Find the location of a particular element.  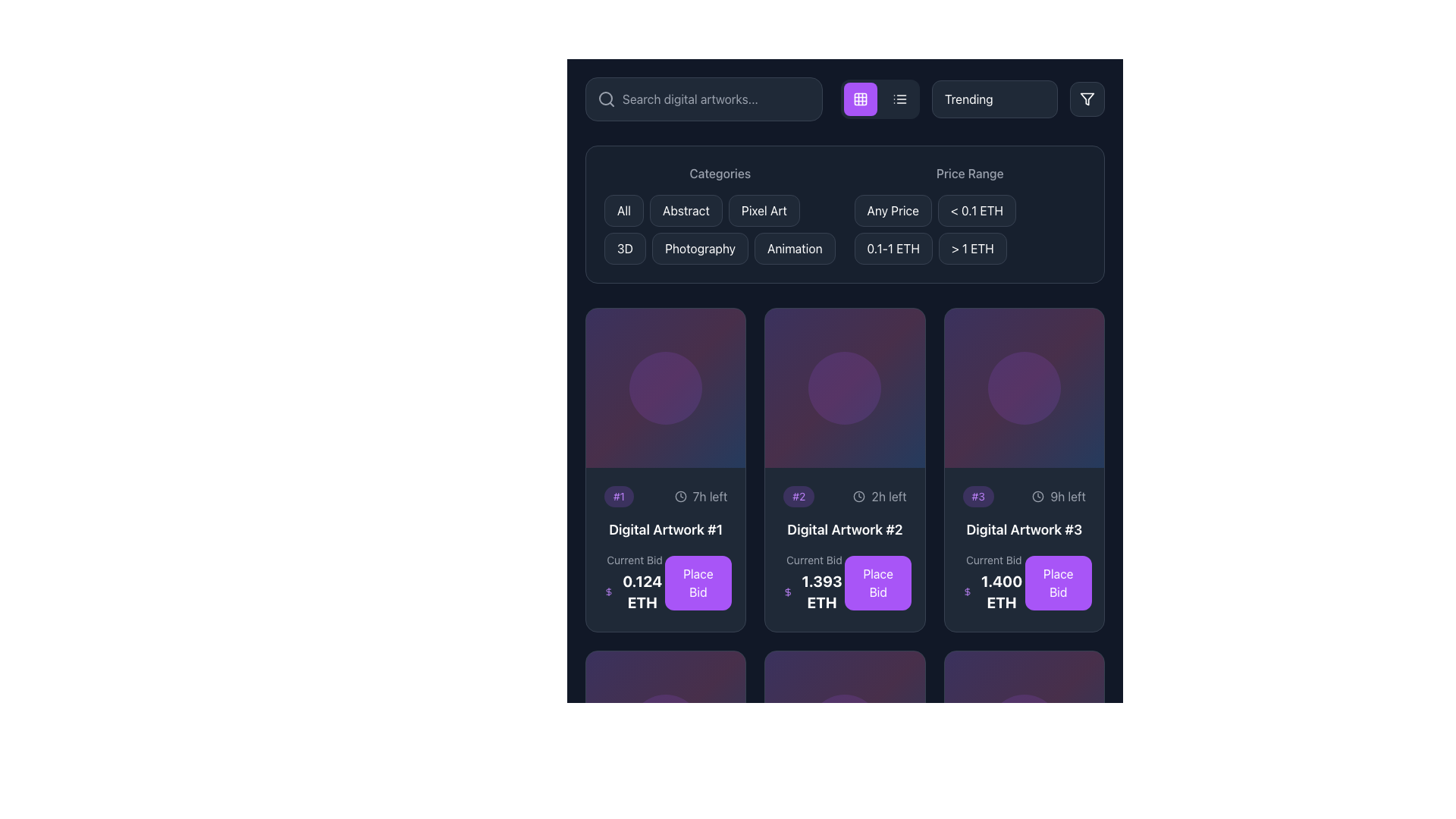

the 'Categories' text label, which is styled with a medium font weight and gray color, located at the top of its section above the category buttons is located at coordinates (719, 172).